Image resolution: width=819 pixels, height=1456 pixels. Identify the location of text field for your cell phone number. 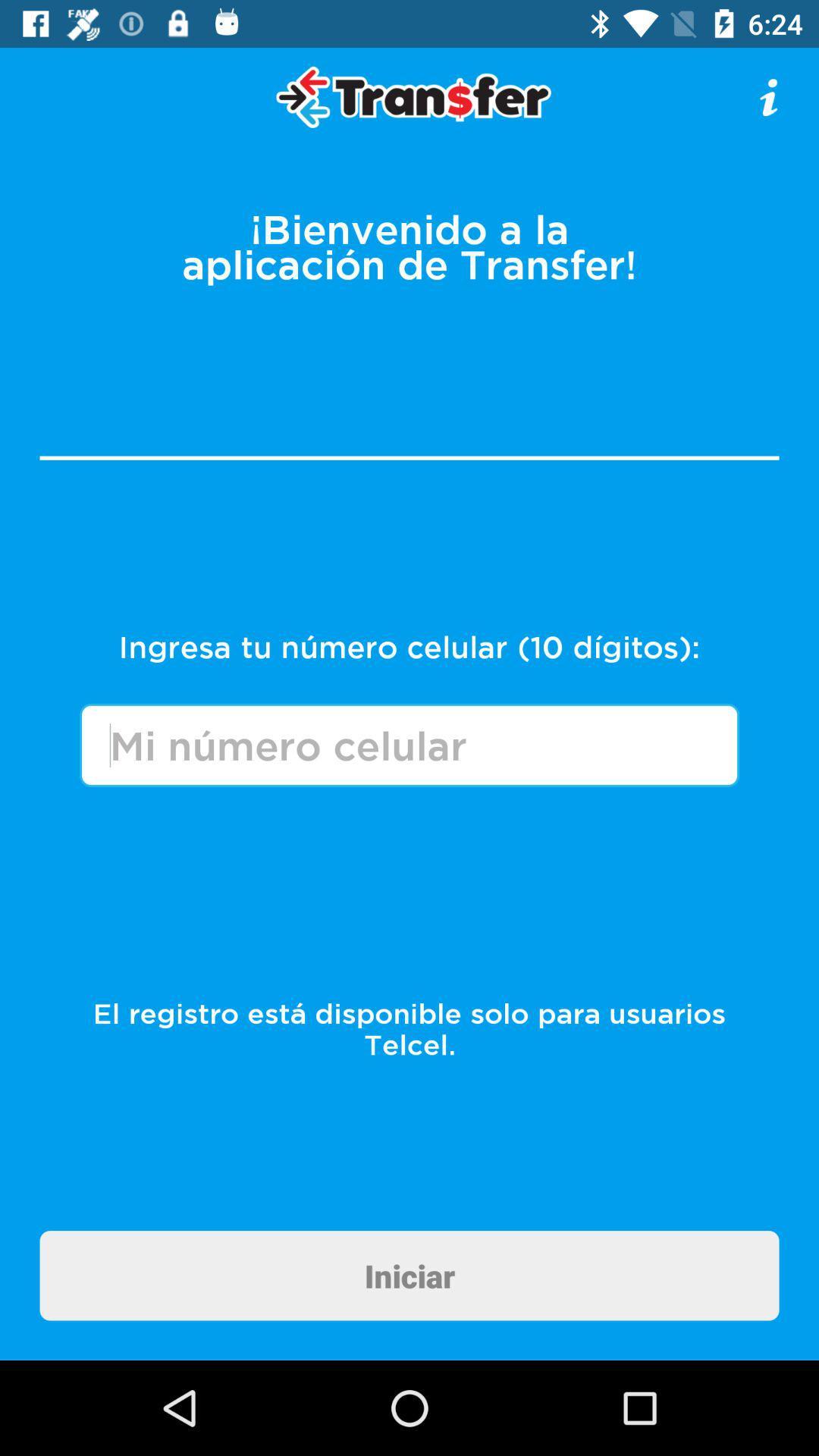
(409, 745).